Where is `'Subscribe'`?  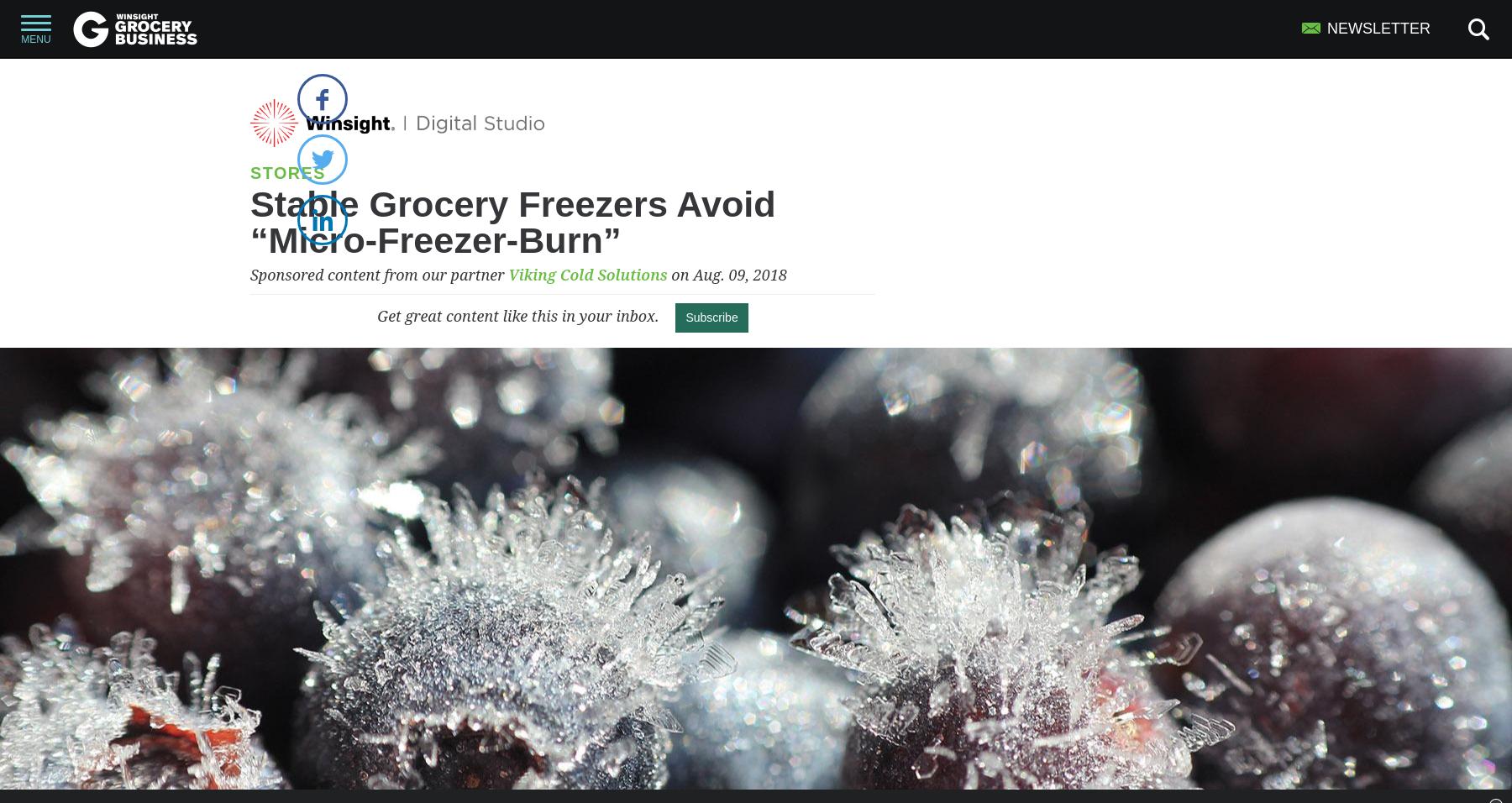 'Subscribe' is located at coordinates (711, 318).